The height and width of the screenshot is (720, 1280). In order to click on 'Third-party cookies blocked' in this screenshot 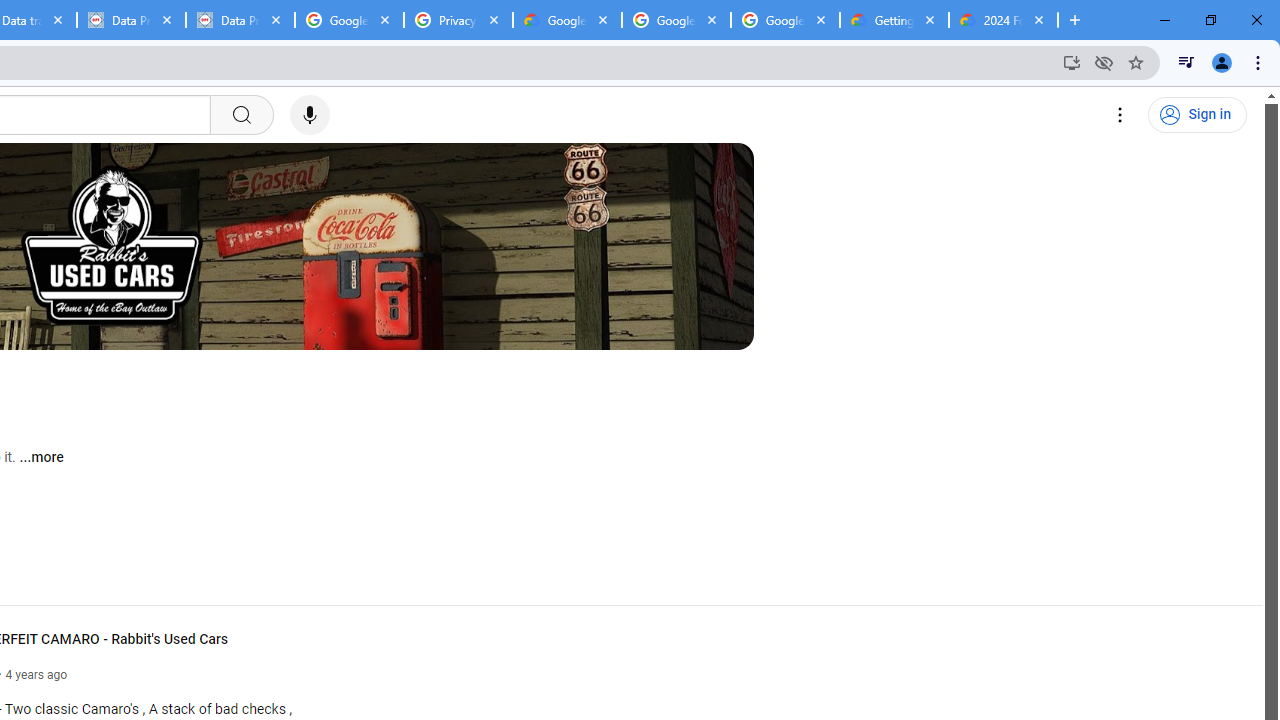, I will do `click(1103, 61)`.